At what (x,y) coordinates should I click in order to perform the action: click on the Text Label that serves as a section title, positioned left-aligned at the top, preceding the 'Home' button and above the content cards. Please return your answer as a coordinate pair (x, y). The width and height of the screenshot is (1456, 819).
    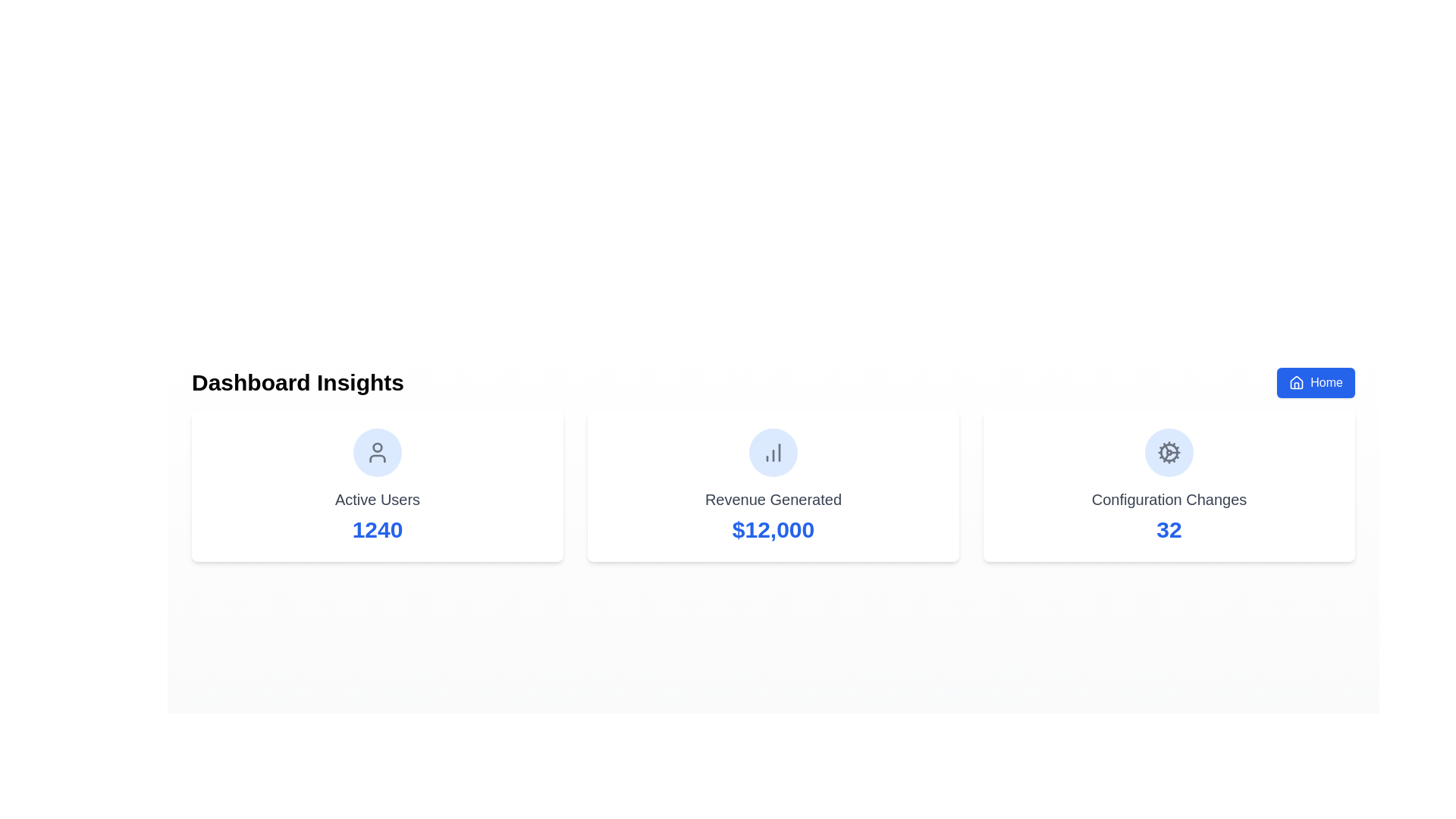
    Looking at the image, I should click on (298, 382).